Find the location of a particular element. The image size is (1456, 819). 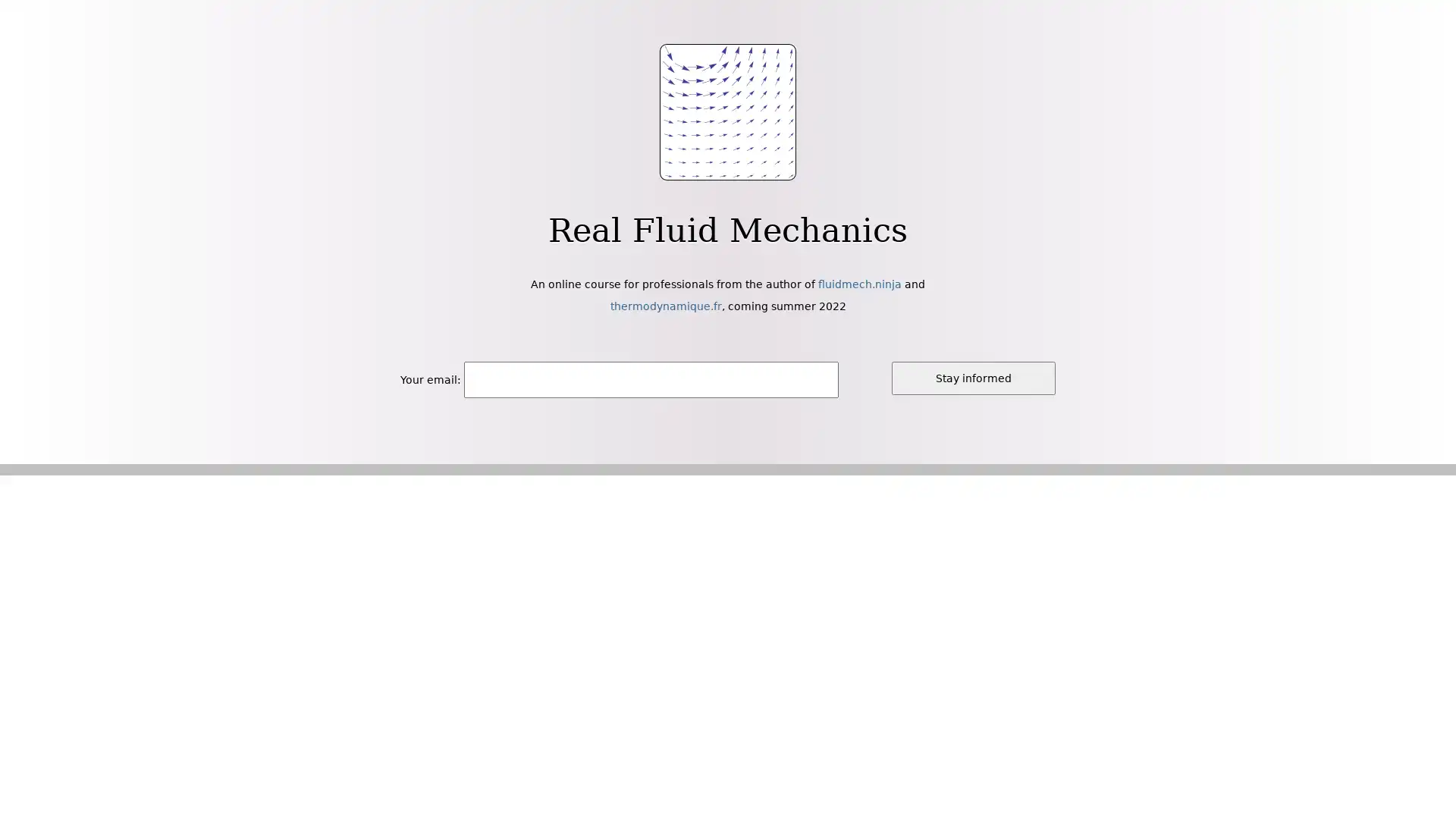

Stay informed is located at coordinates (973, 377).